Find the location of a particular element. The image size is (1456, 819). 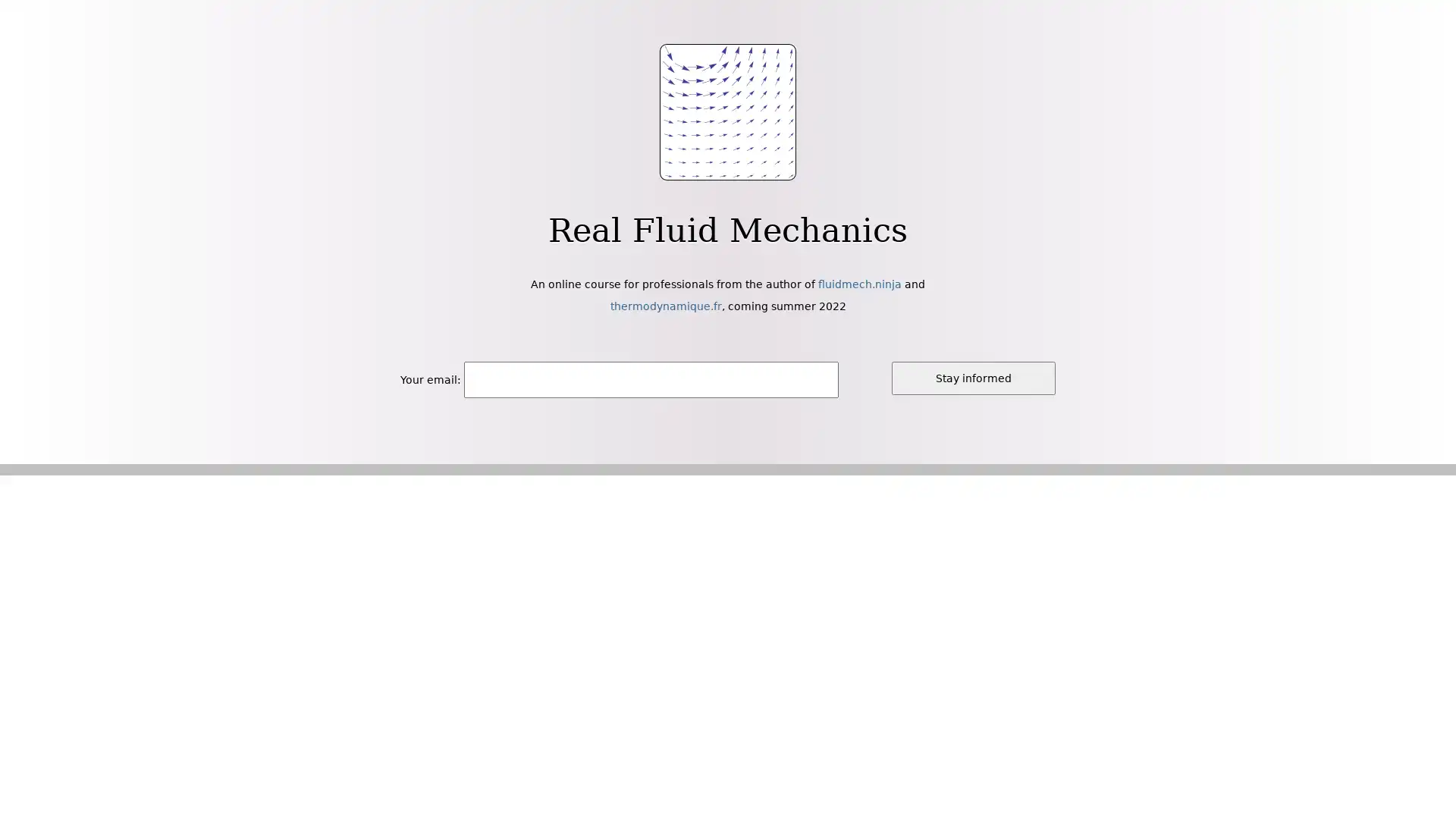

Stay informed is located at coordinates (973, 377).